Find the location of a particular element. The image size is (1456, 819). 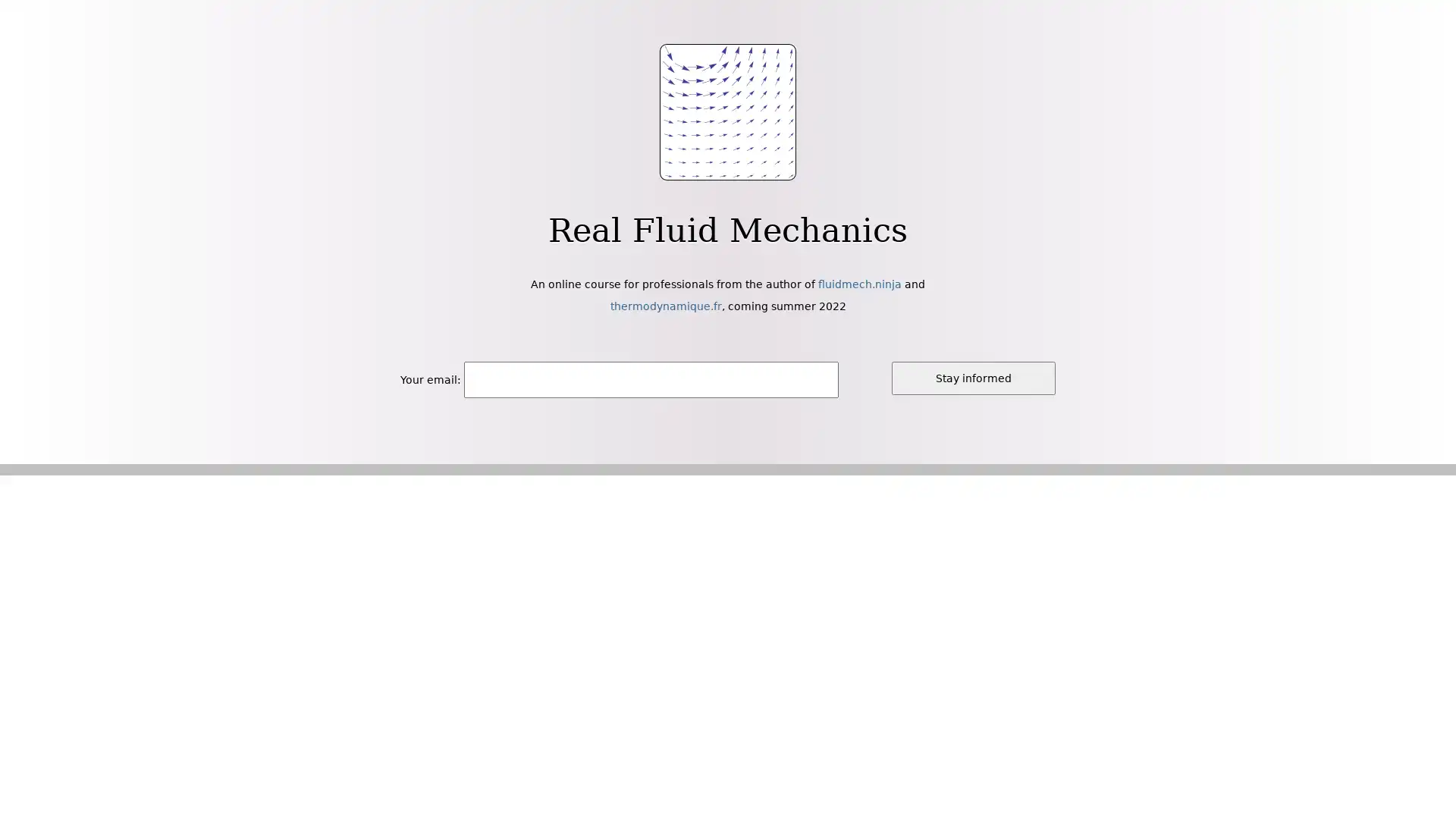

Stay informed is located at coordinates (973, 377).